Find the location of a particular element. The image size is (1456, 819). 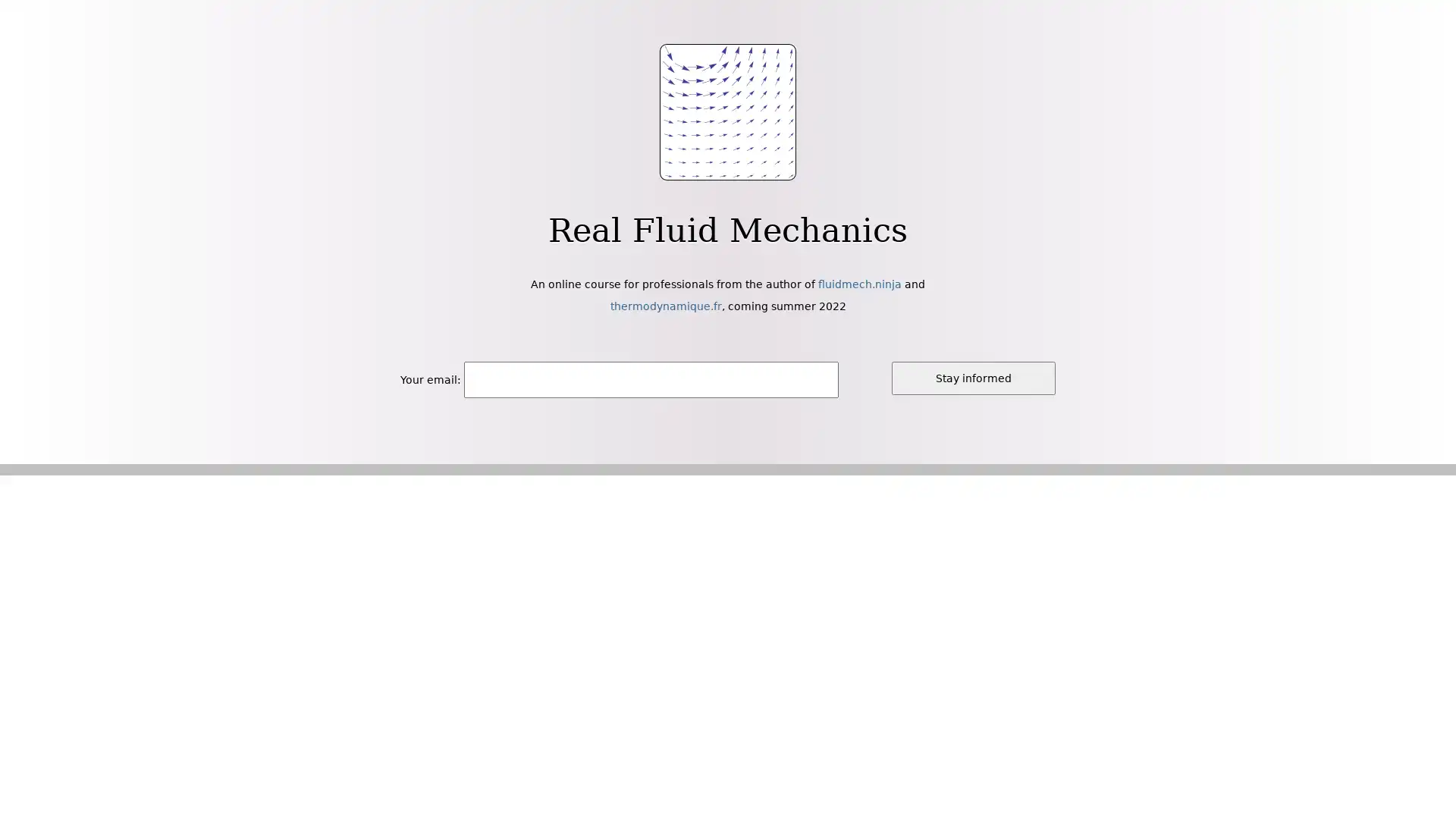

Stay informed is located at coordinates (973, 377).